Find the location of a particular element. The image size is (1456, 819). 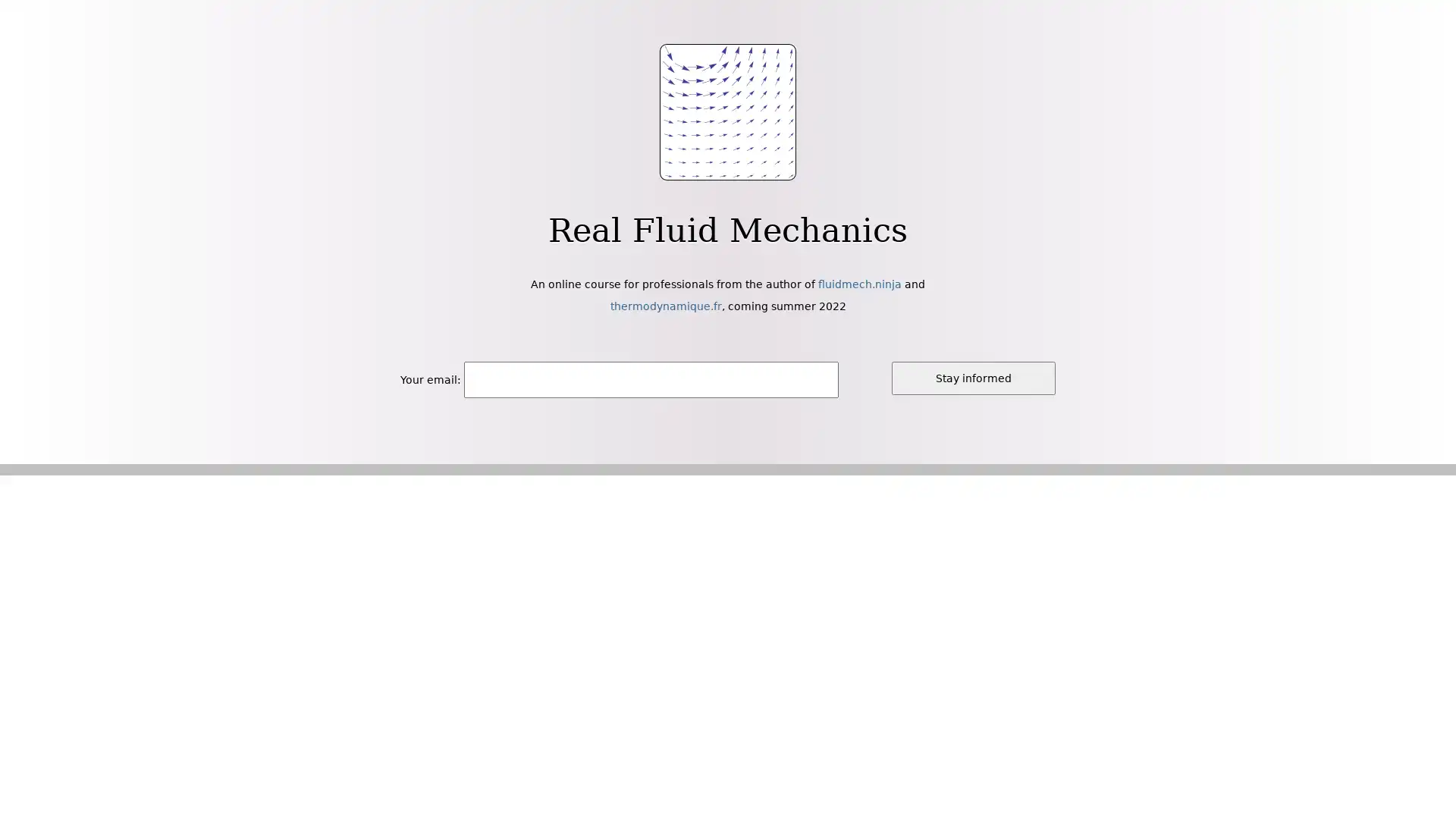

Stay informed is located at coordinates (973, 377).